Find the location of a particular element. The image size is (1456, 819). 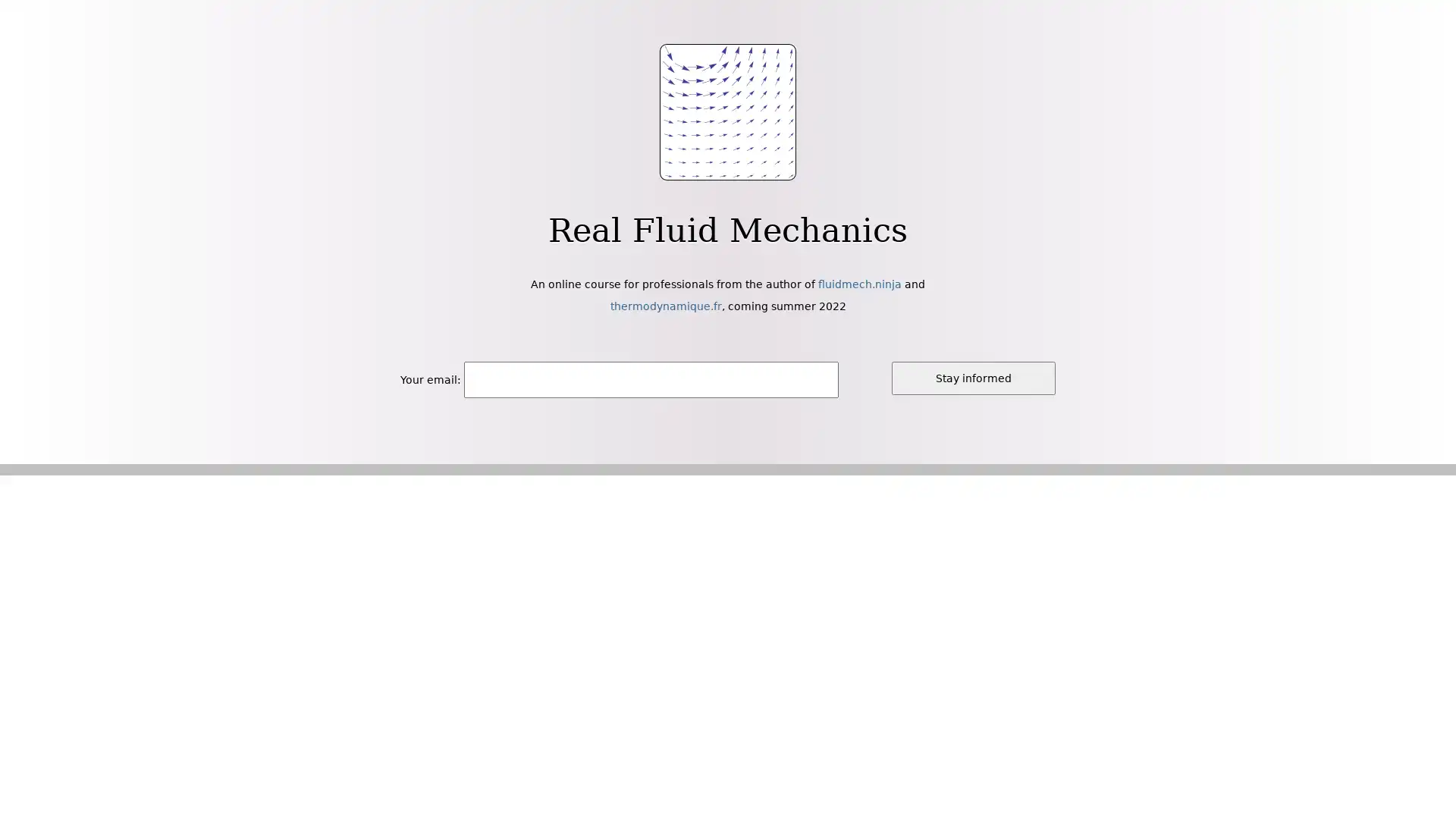

Stay informed is located at coordinates (973, 377).